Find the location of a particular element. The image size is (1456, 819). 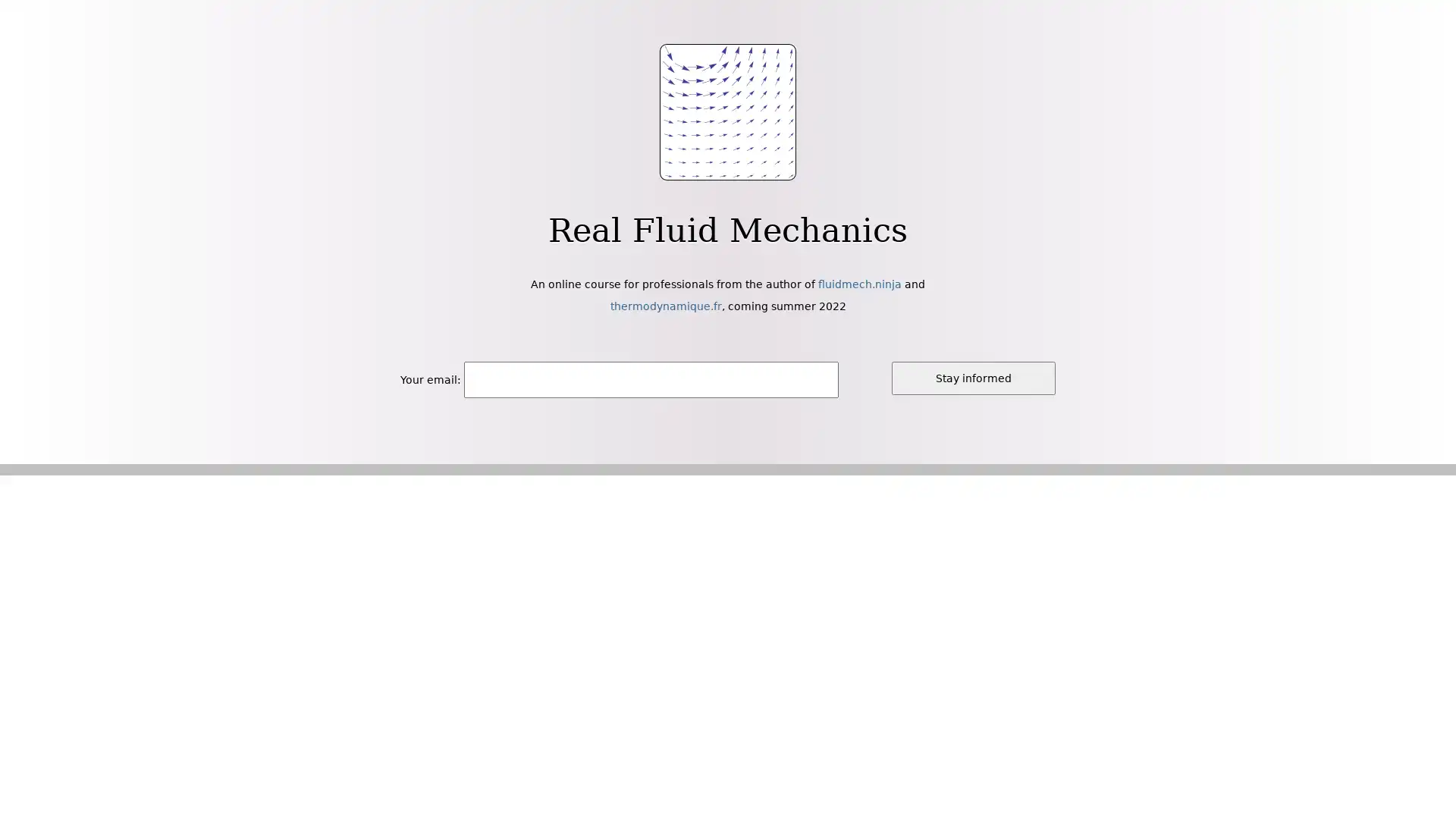

Stay informed is located at coordinates (973, 377).